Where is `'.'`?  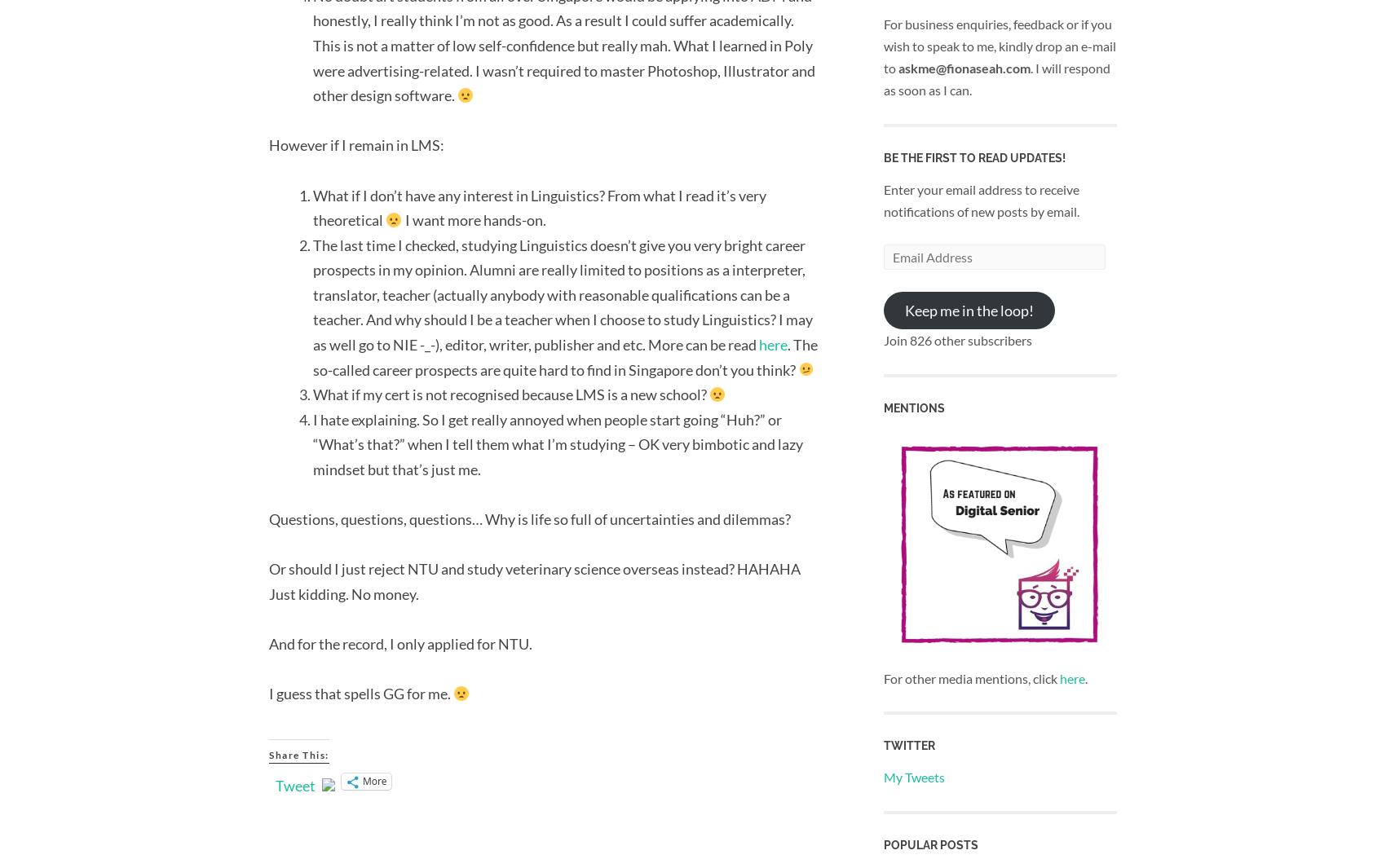
'.' is located at coordinates (1086, 677).